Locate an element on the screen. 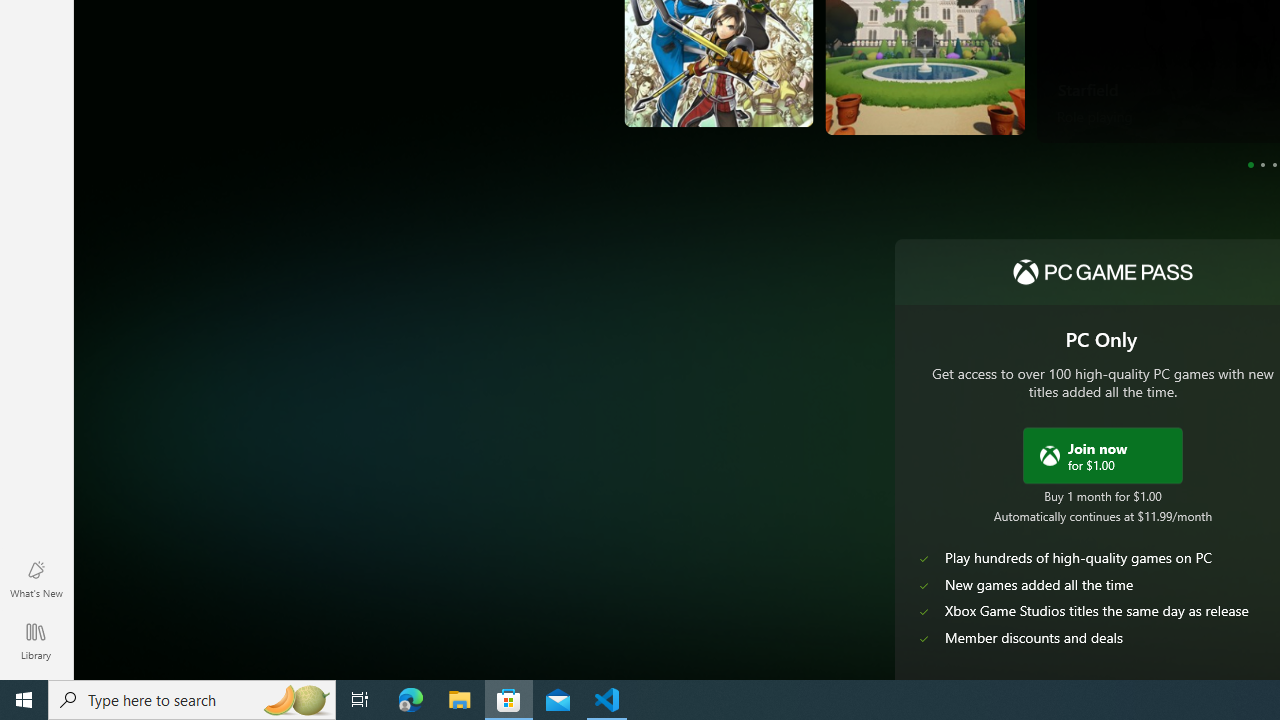 The image size is (1280, 720). 'Page 2' is located at coordinates (1261, 163).